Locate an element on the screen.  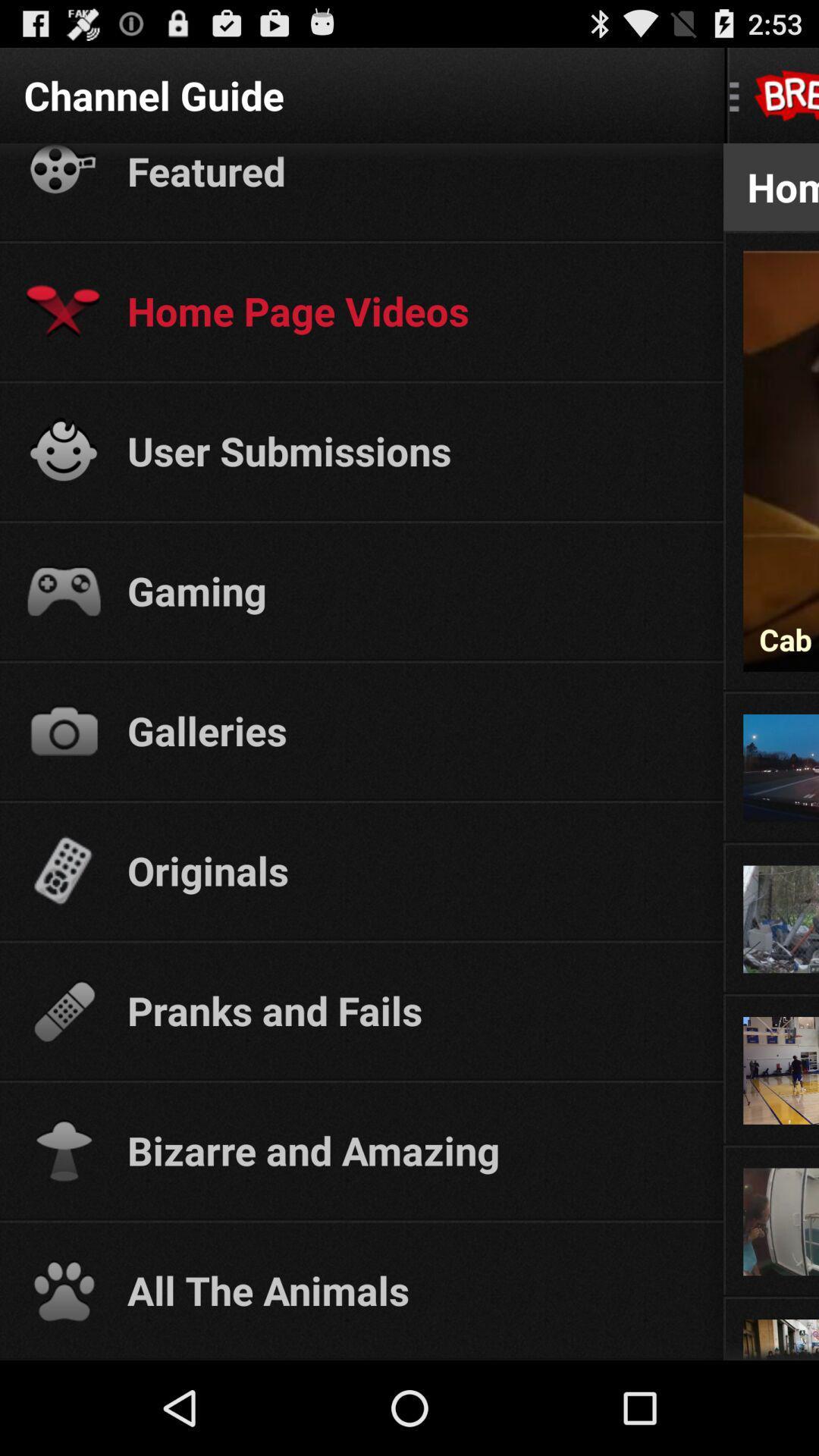
app to the right of bizarre and amazing app is located at coordinates (771, 1147).